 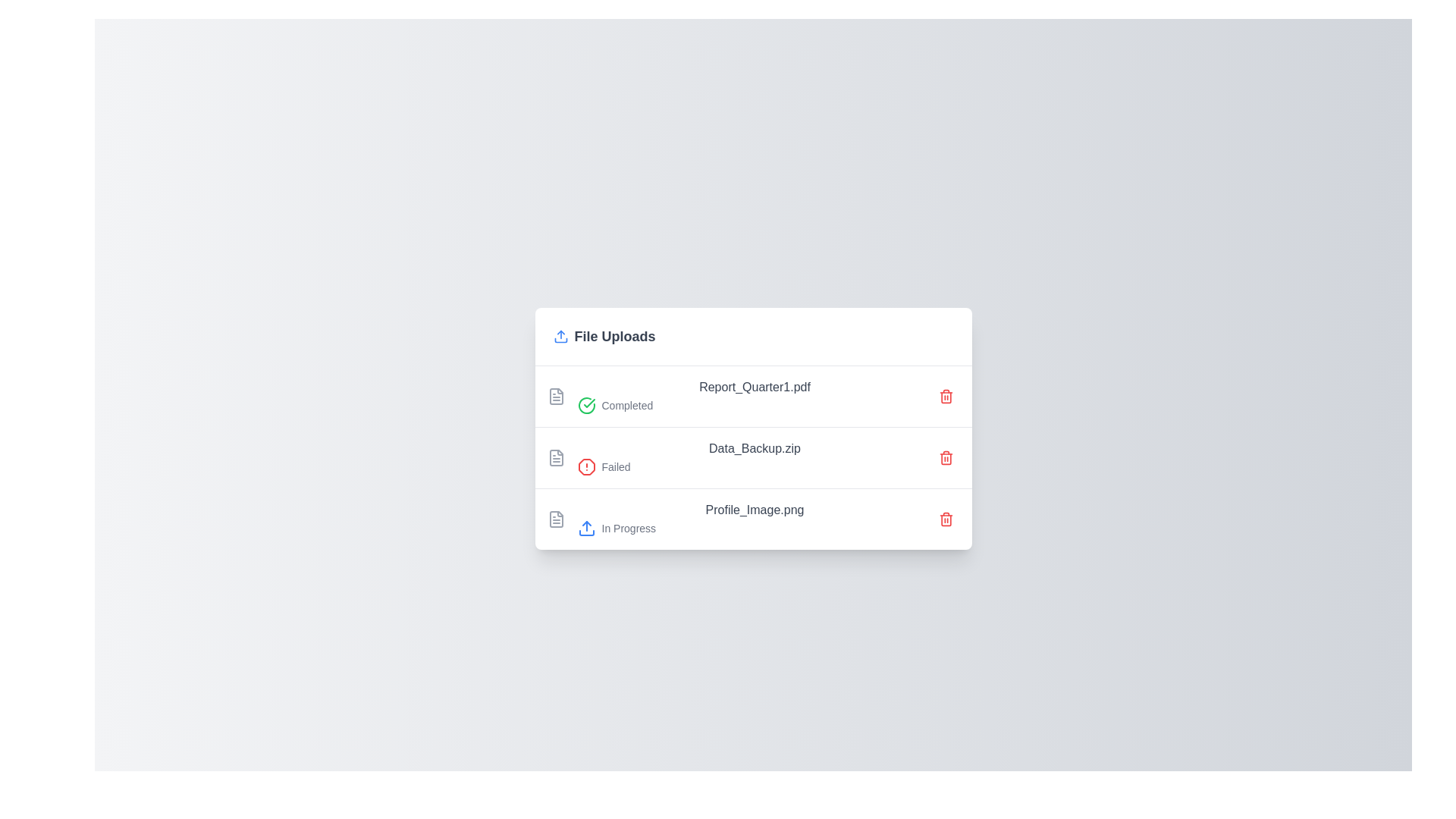 I want to click on the third row entry in the file management list displaying 'Profile_Image.png' with status 'In Progress', so click(x=753, y=517).